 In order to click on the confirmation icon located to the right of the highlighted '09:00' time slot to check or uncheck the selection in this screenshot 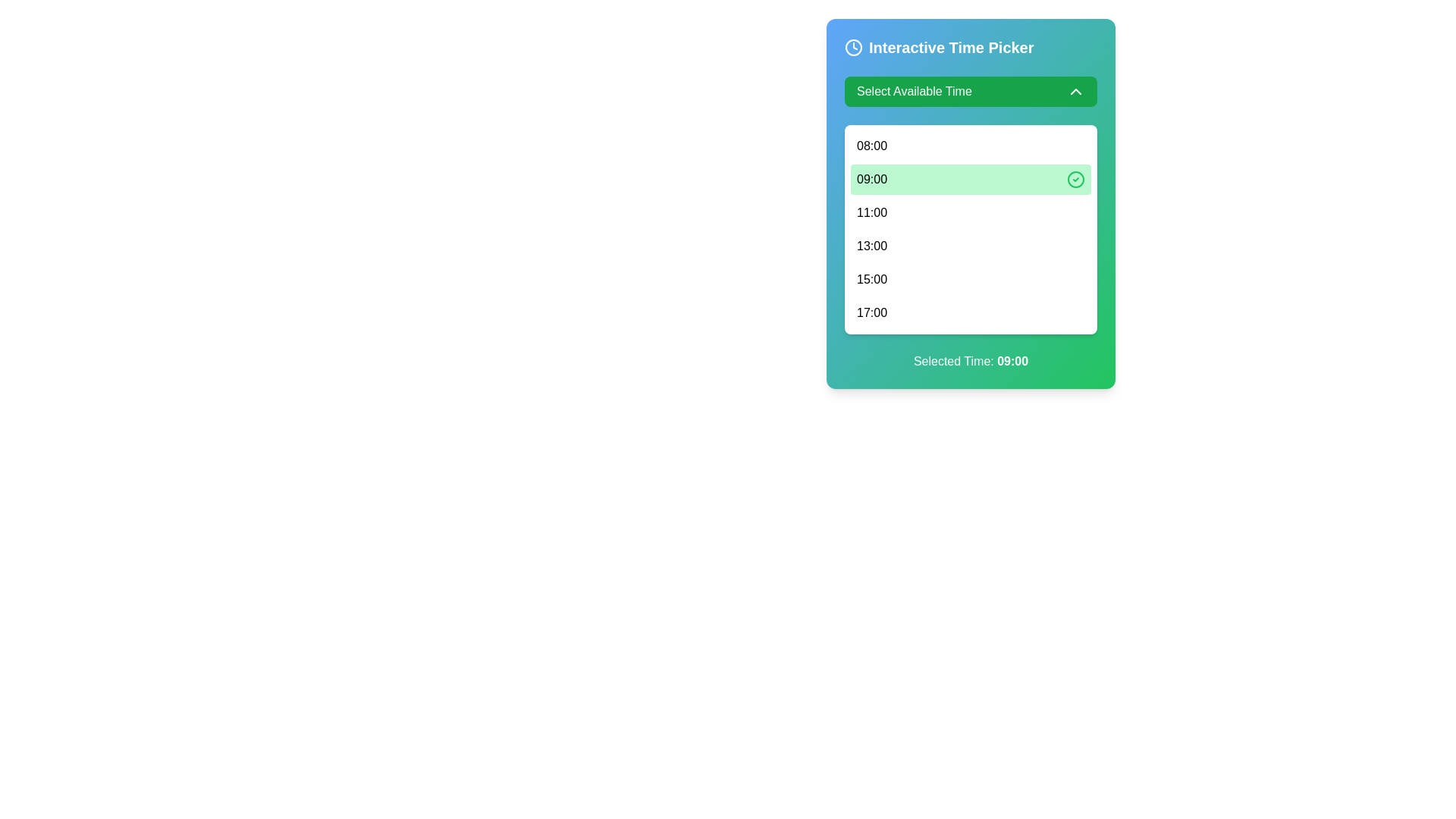, I will do `click(1075, 178)`.